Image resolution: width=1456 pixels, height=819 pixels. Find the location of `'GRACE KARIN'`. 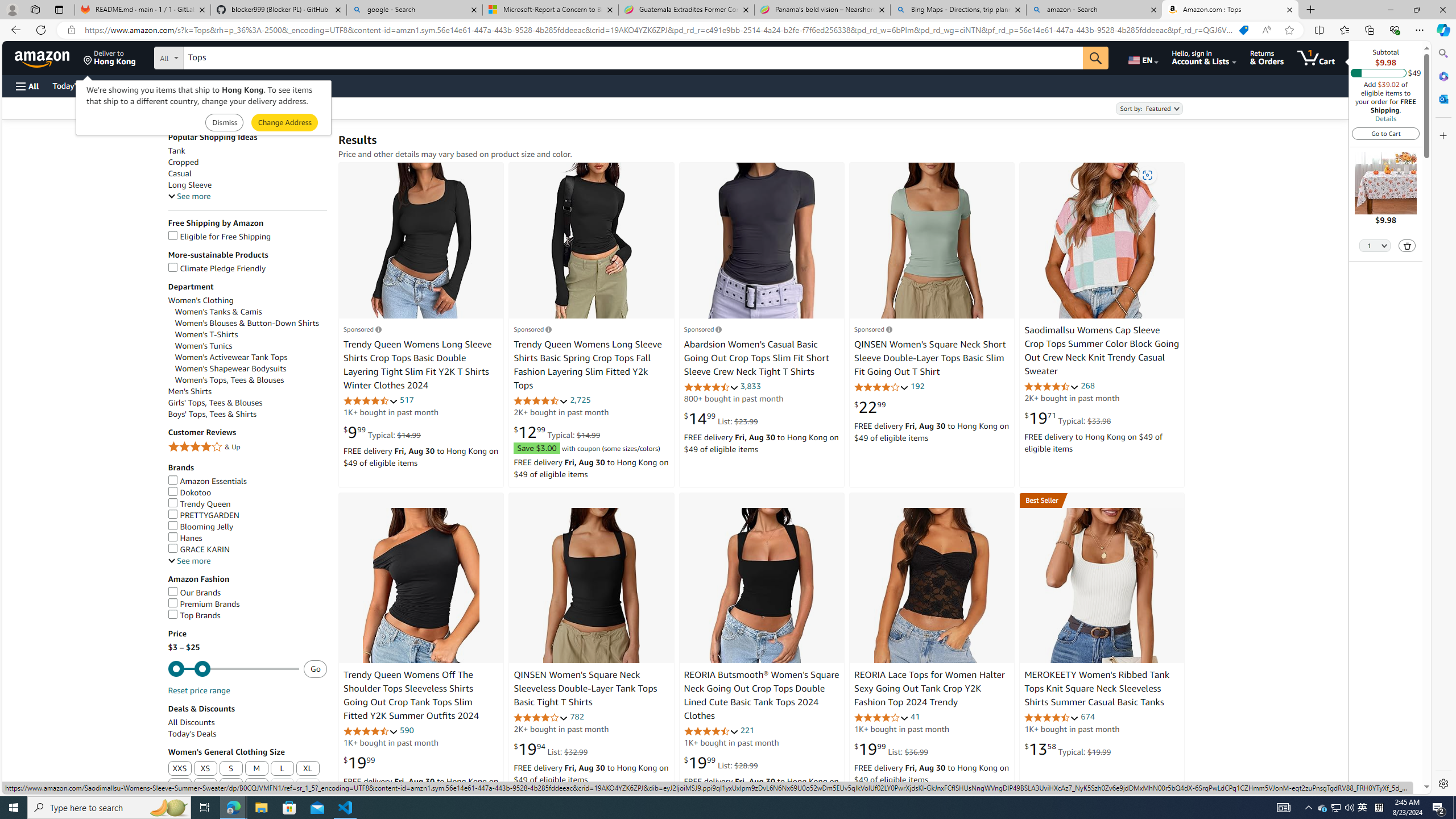

'GRACE KARIN' is located at coordinates (198, 549).